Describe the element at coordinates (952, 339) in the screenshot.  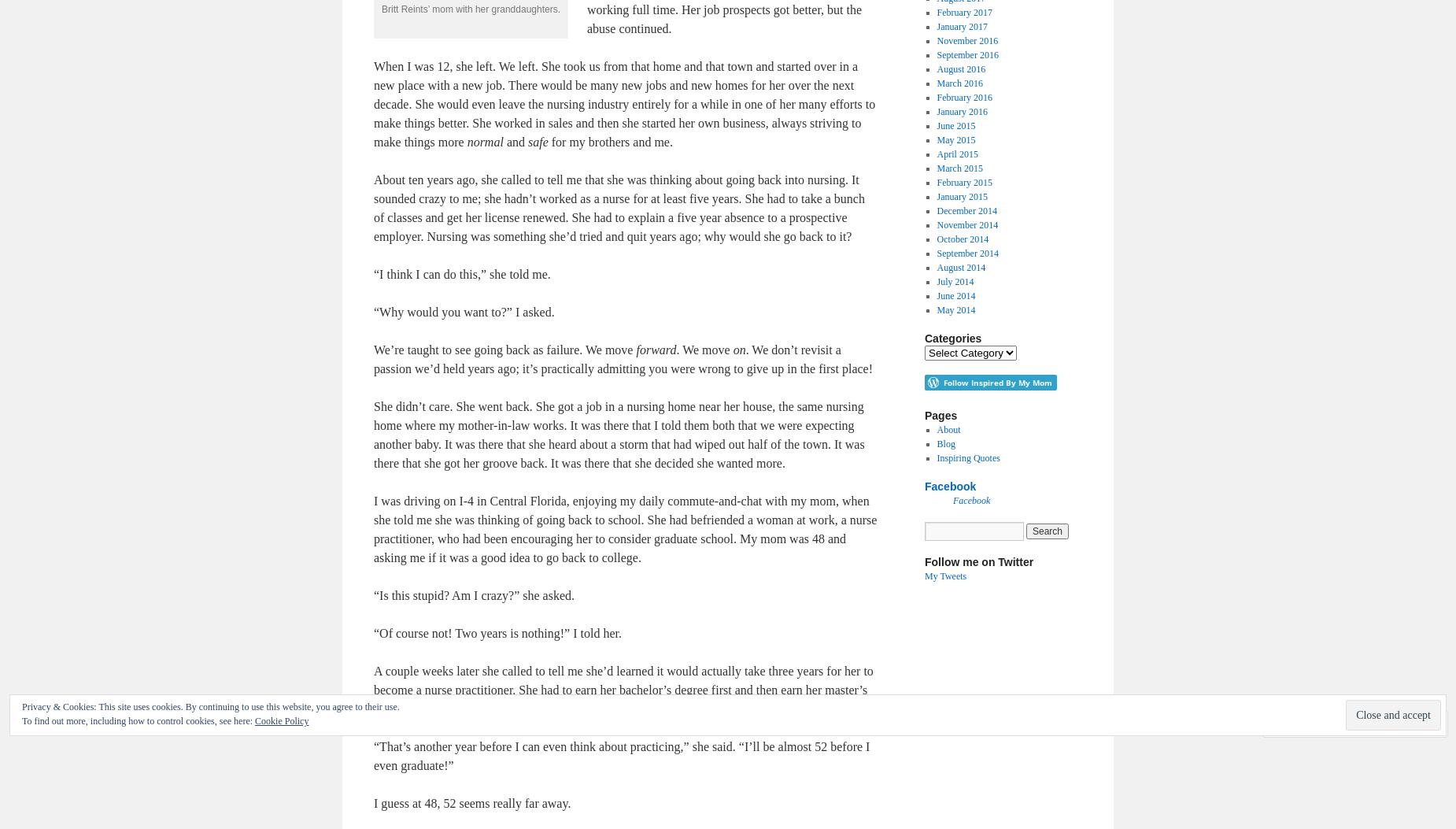
I see `'Categories'` at that location.